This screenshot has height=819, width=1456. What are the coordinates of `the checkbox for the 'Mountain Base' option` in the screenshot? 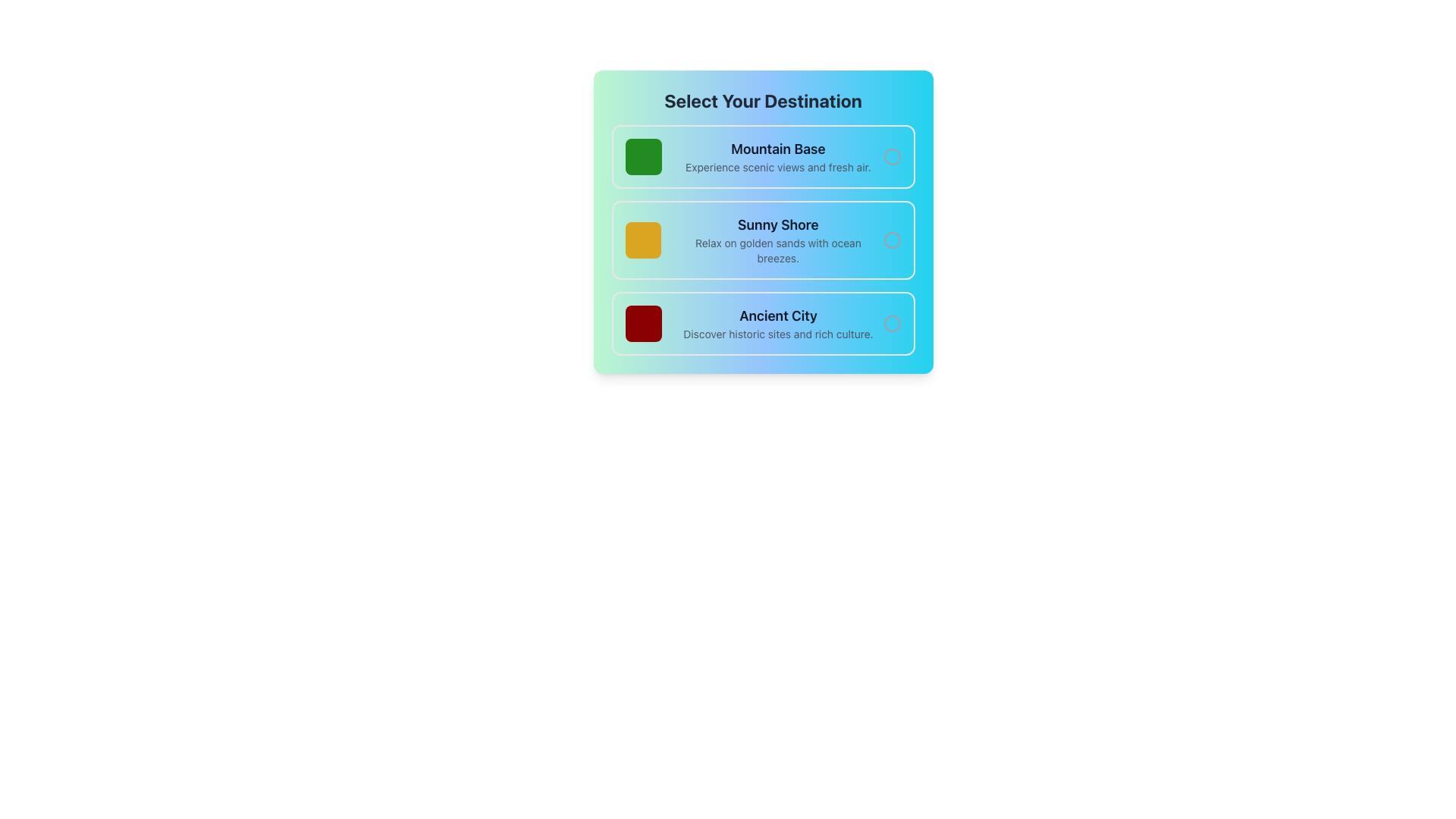 It's located at (892, 157).